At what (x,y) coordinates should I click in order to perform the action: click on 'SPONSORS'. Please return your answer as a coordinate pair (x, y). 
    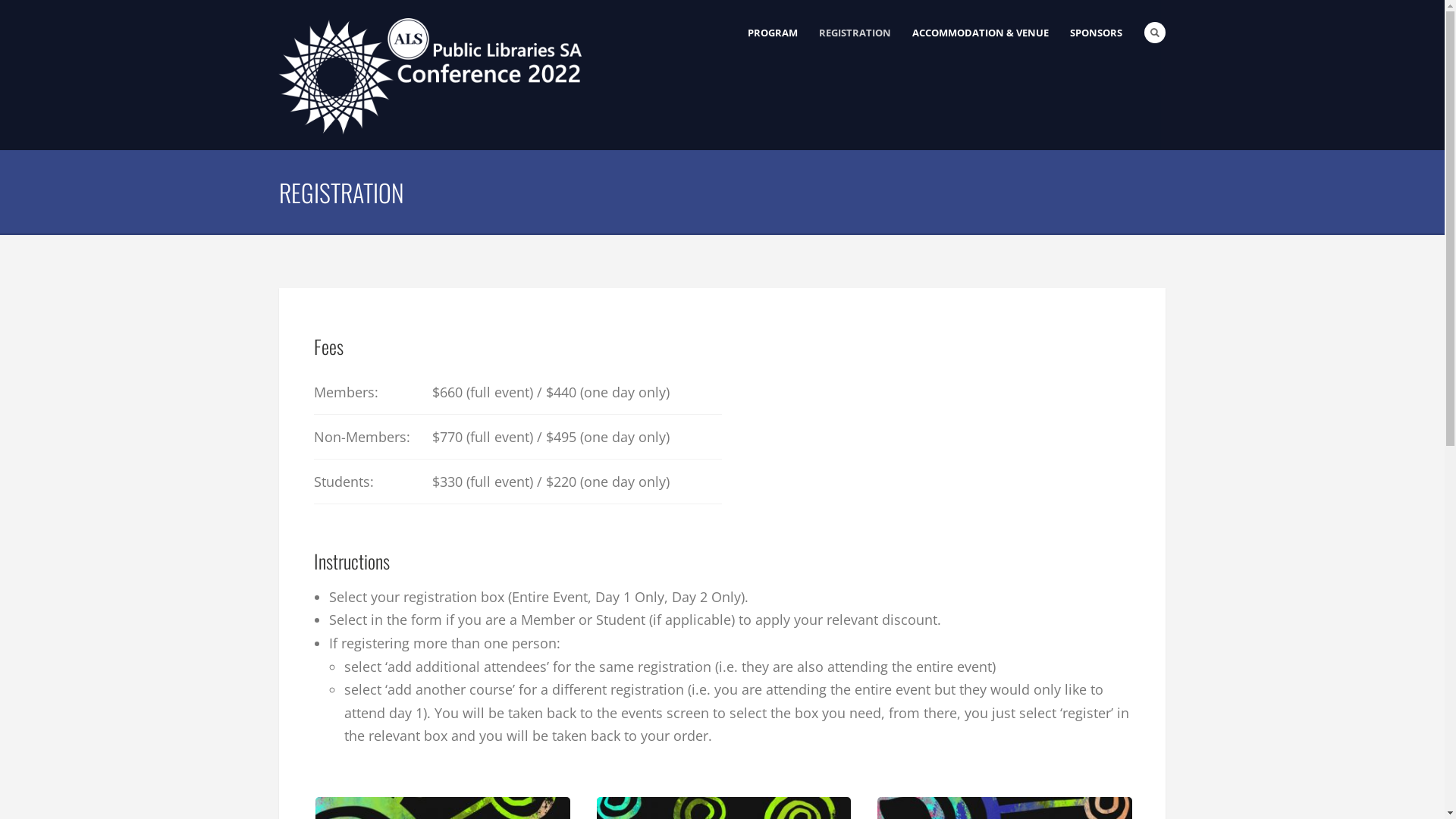
    Looking at the image, I should click on (1096, 32).